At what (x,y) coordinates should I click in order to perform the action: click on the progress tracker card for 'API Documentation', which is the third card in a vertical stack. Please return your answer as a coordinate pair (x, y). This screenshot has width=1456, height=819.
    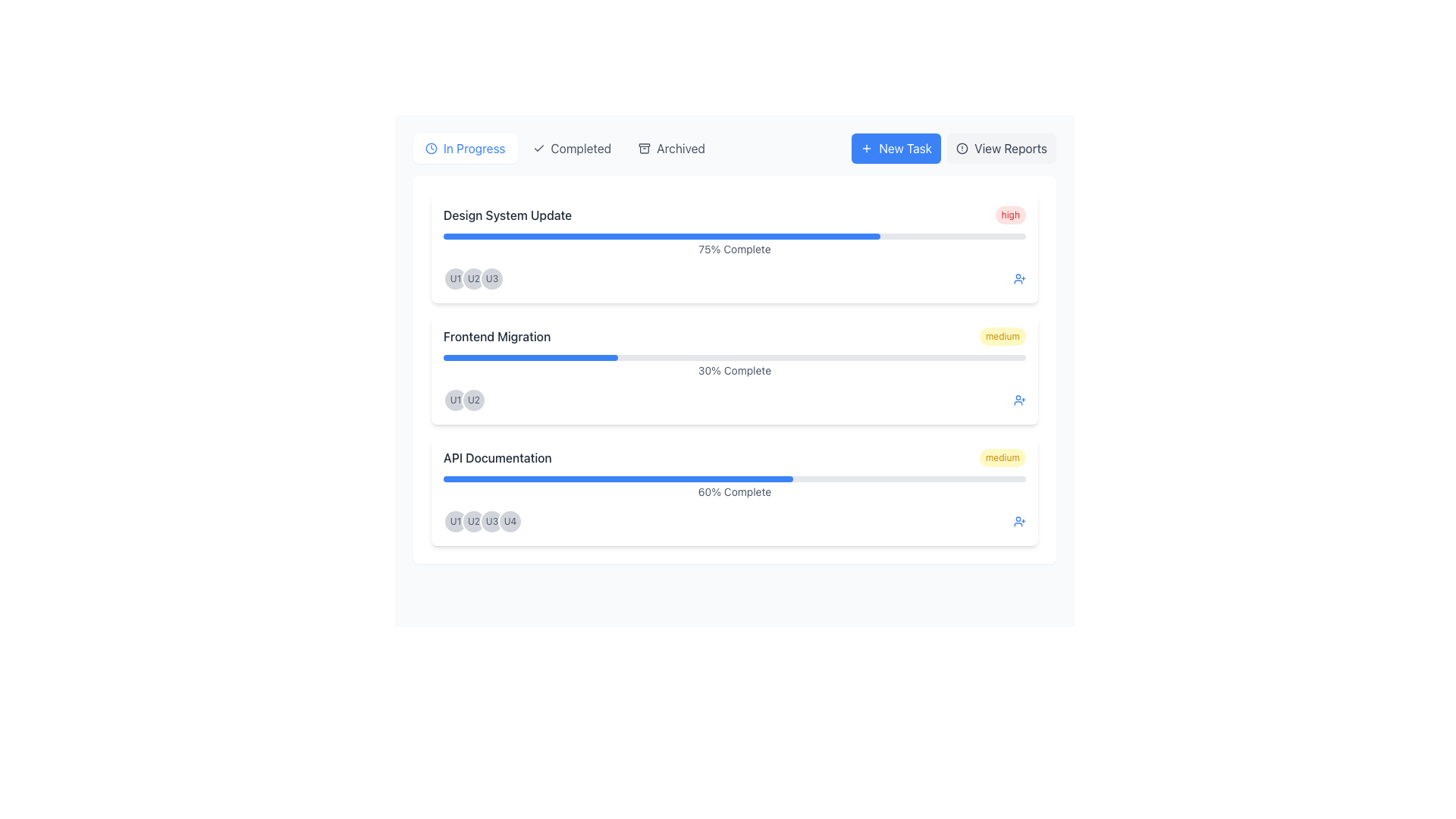
    Looking at the image, I should click on (735, 491).